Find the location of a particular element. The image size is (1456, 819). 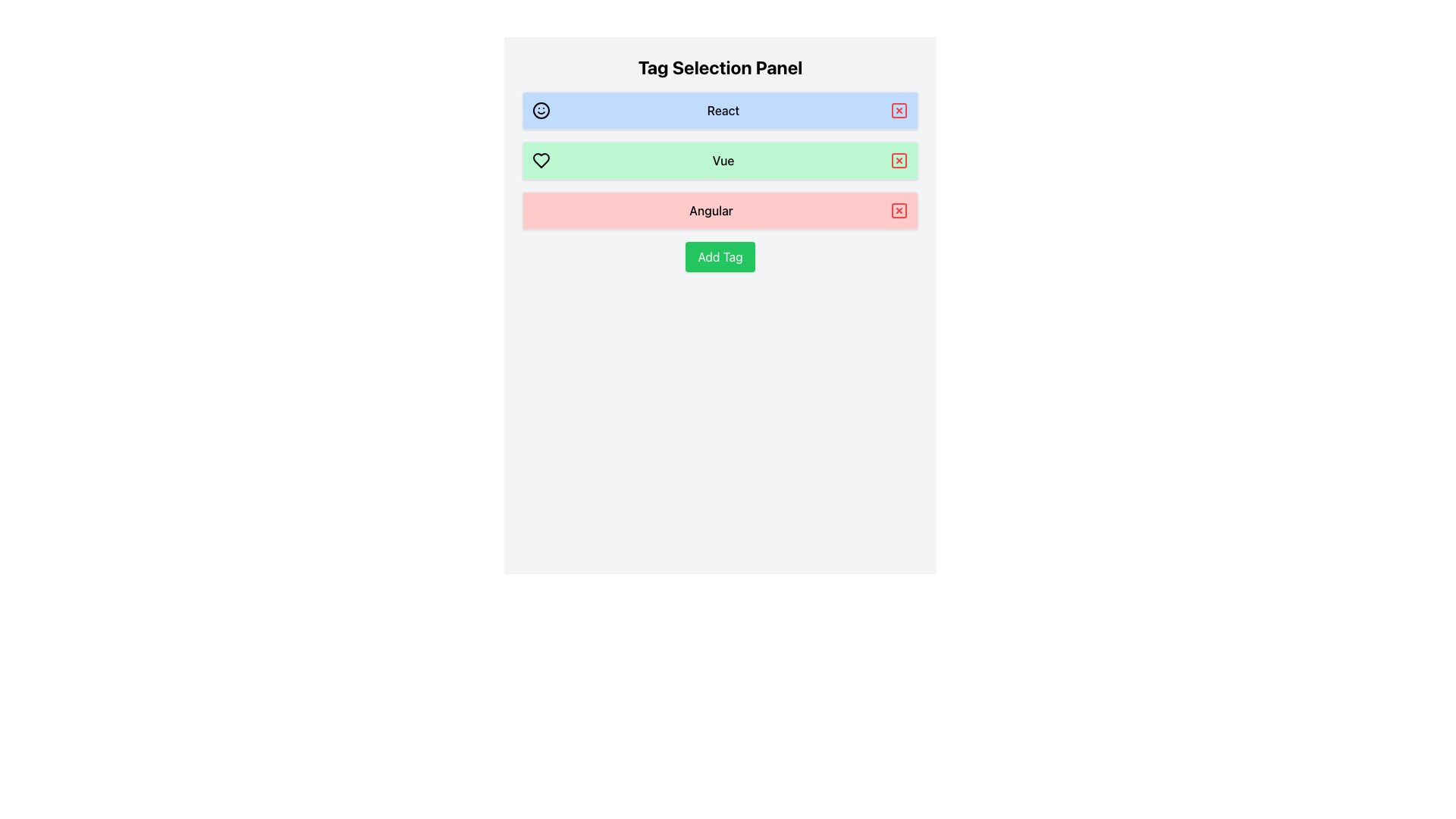

the red 'X' icon button located at the top-right of the 'Angular' block in the Tag Selection Panel is located at coordinates (899, 210).